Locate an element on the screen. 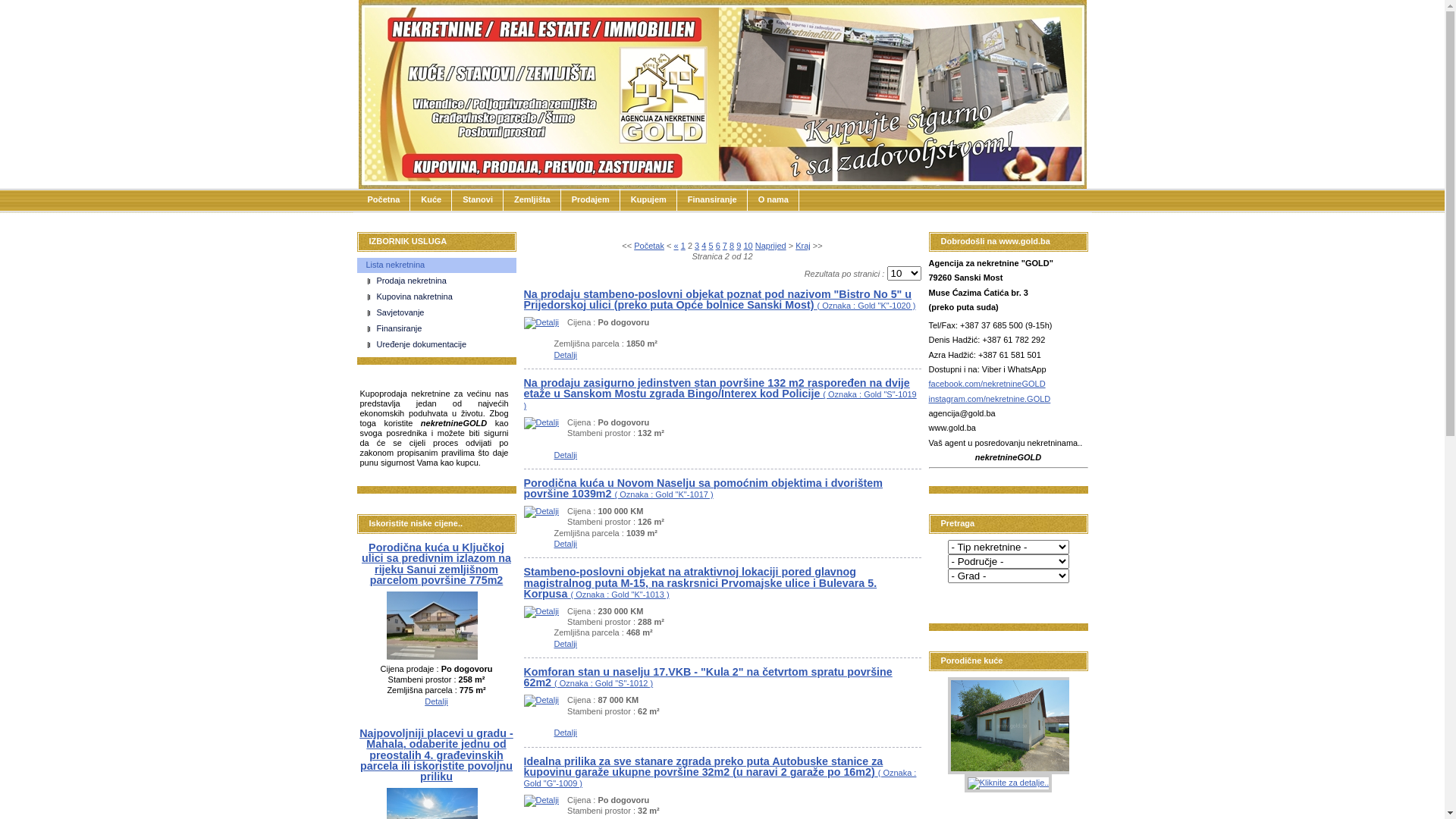  '9' is located at coordinates (739, 245).